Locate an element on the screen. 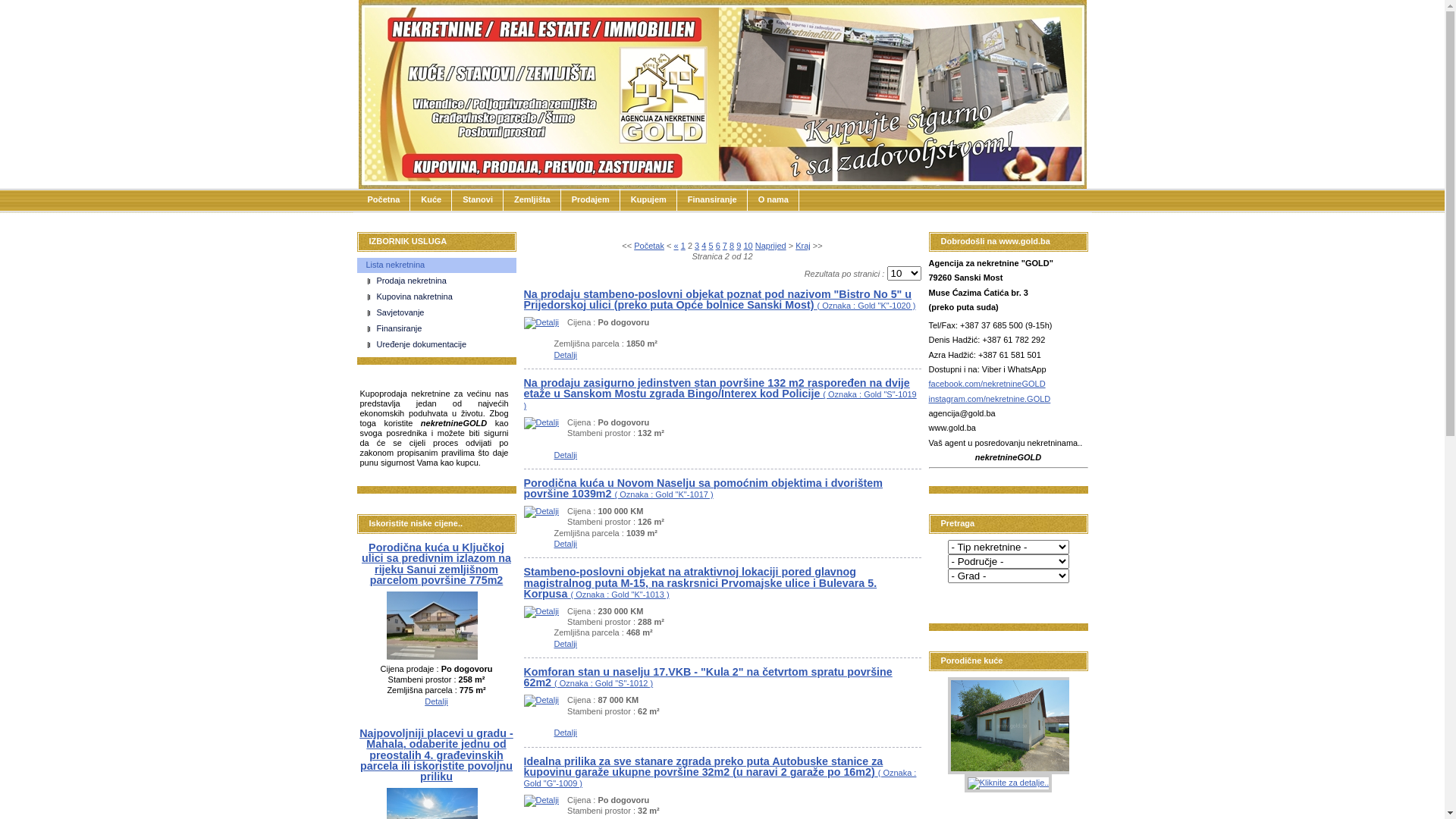  '9' is located at coordinates (739, 245).